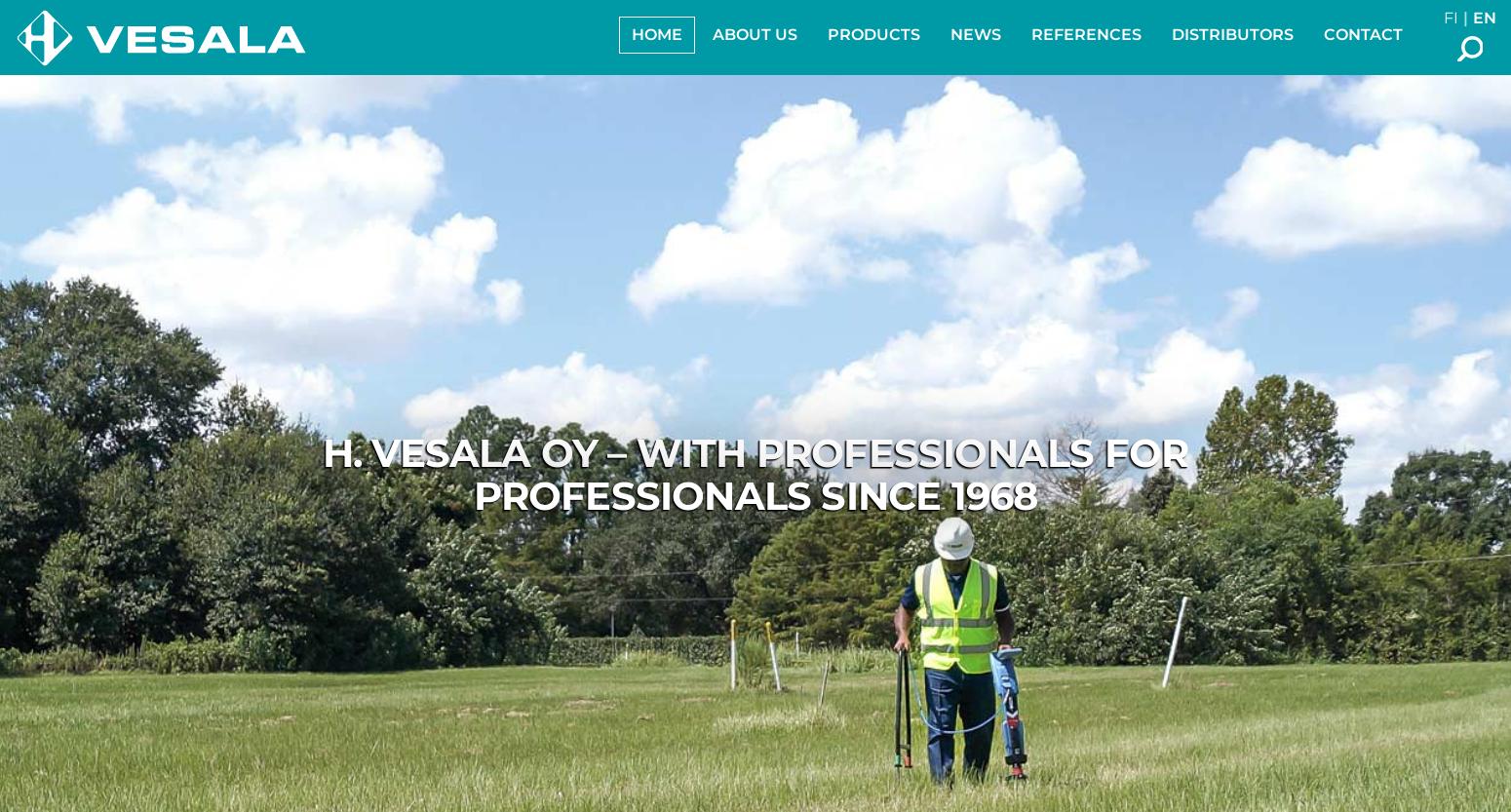 The height and width of the screenshot is (812, 1511). Describe the element at coordinates (1085, 34) in the screenshot. I see `'References'` at that location.